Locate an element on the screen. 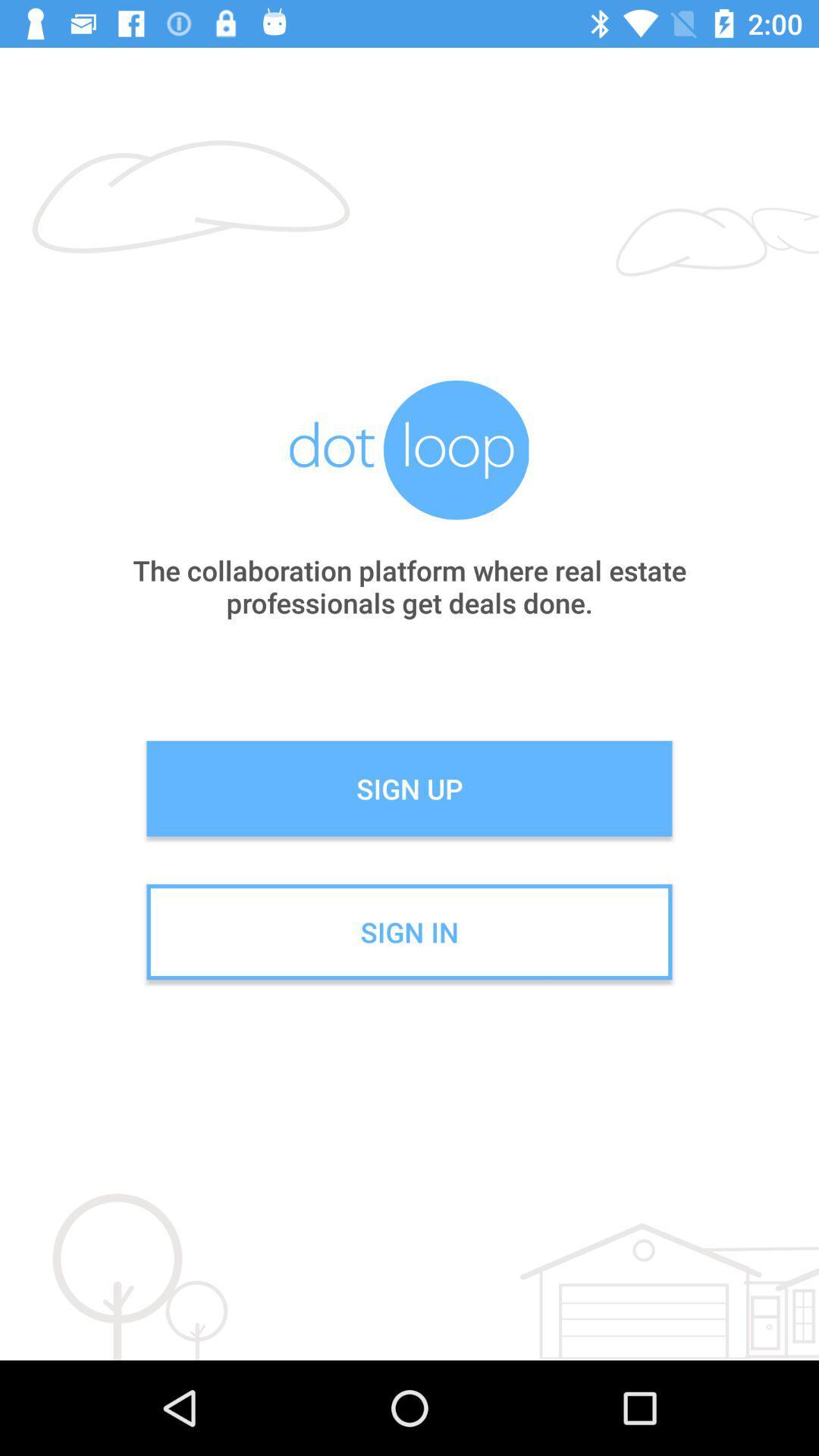 Image resolution: width=819 pixels, height=1456 pixels. the icon below the sign up is located at coordinates (409, 931).